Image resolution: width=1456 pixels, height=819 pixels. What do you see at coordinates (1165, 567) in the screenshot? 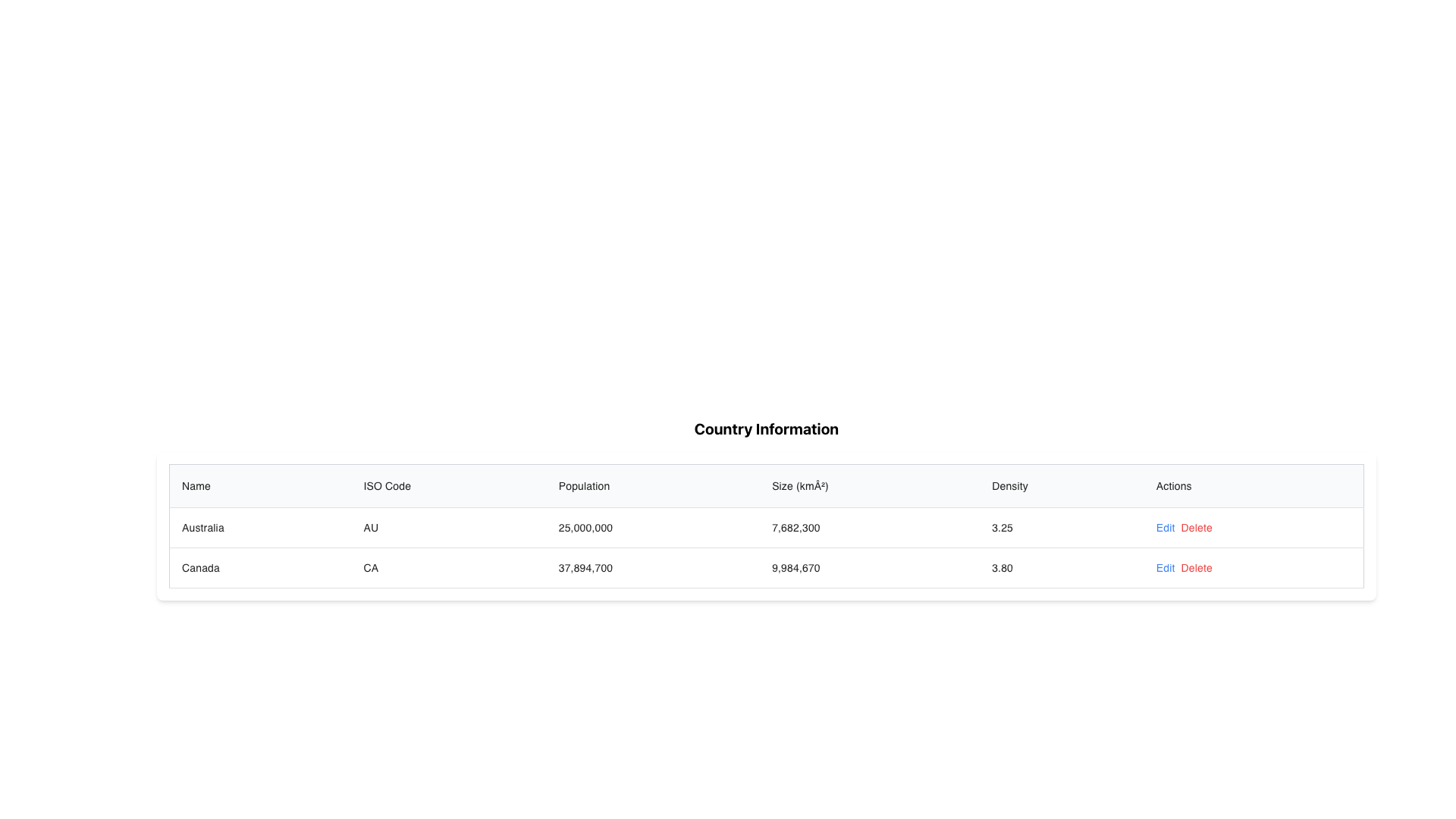
I see `the 'Edit' link located in the 'Actions' column of the second row in the table to initiate editing` at bounding box center [1165, 567].